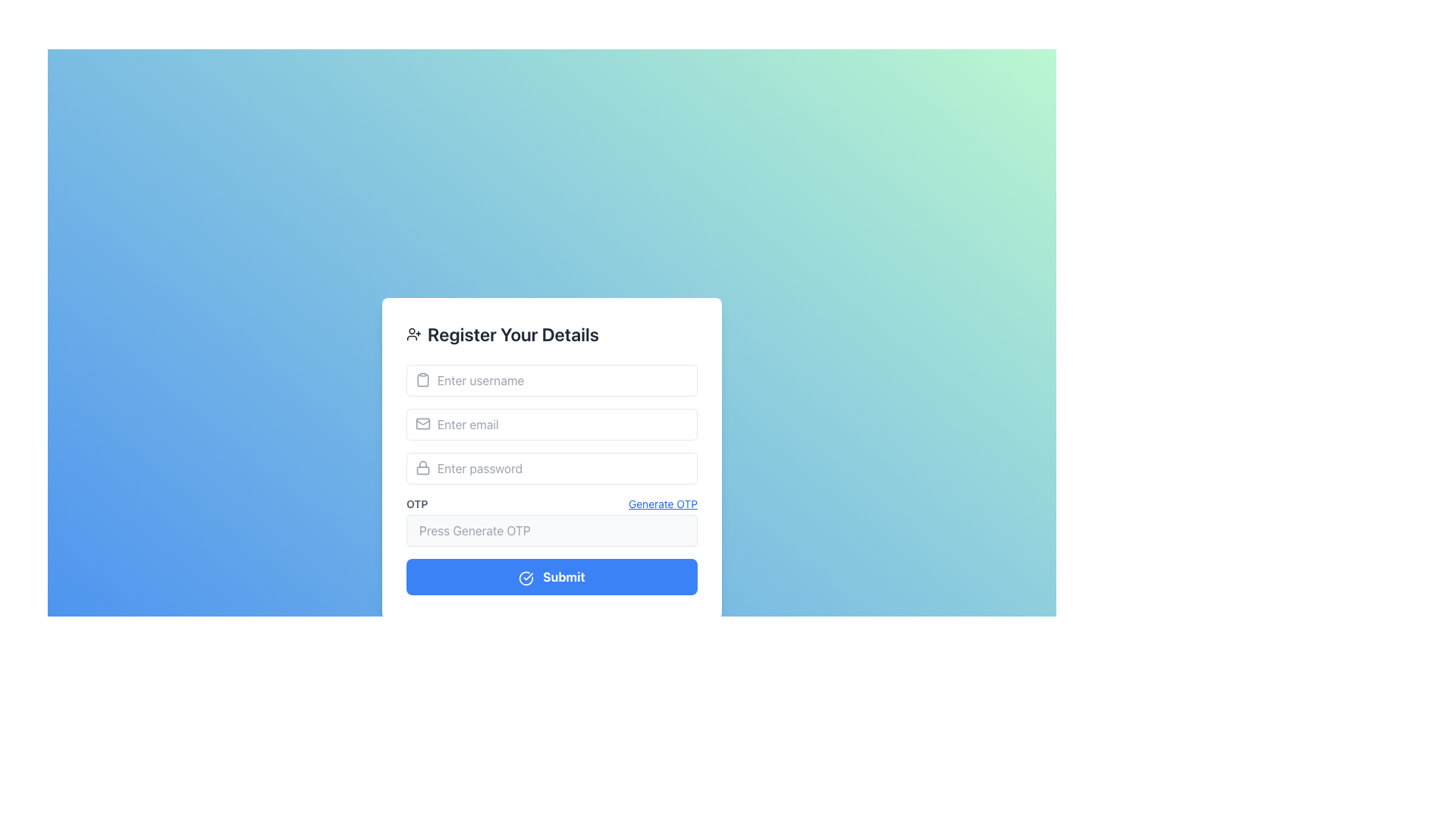 This screenshot has width=1456, height=819. What do you see at coordinates (417, 504) in the screenshot?
I see `the 'OTP' text label, which is styled in a smaller font size with bold formatting and gray coloring, located on the left side of the horizontal section containing the 'Generate OTP' link` at bounding box center [417, 504].